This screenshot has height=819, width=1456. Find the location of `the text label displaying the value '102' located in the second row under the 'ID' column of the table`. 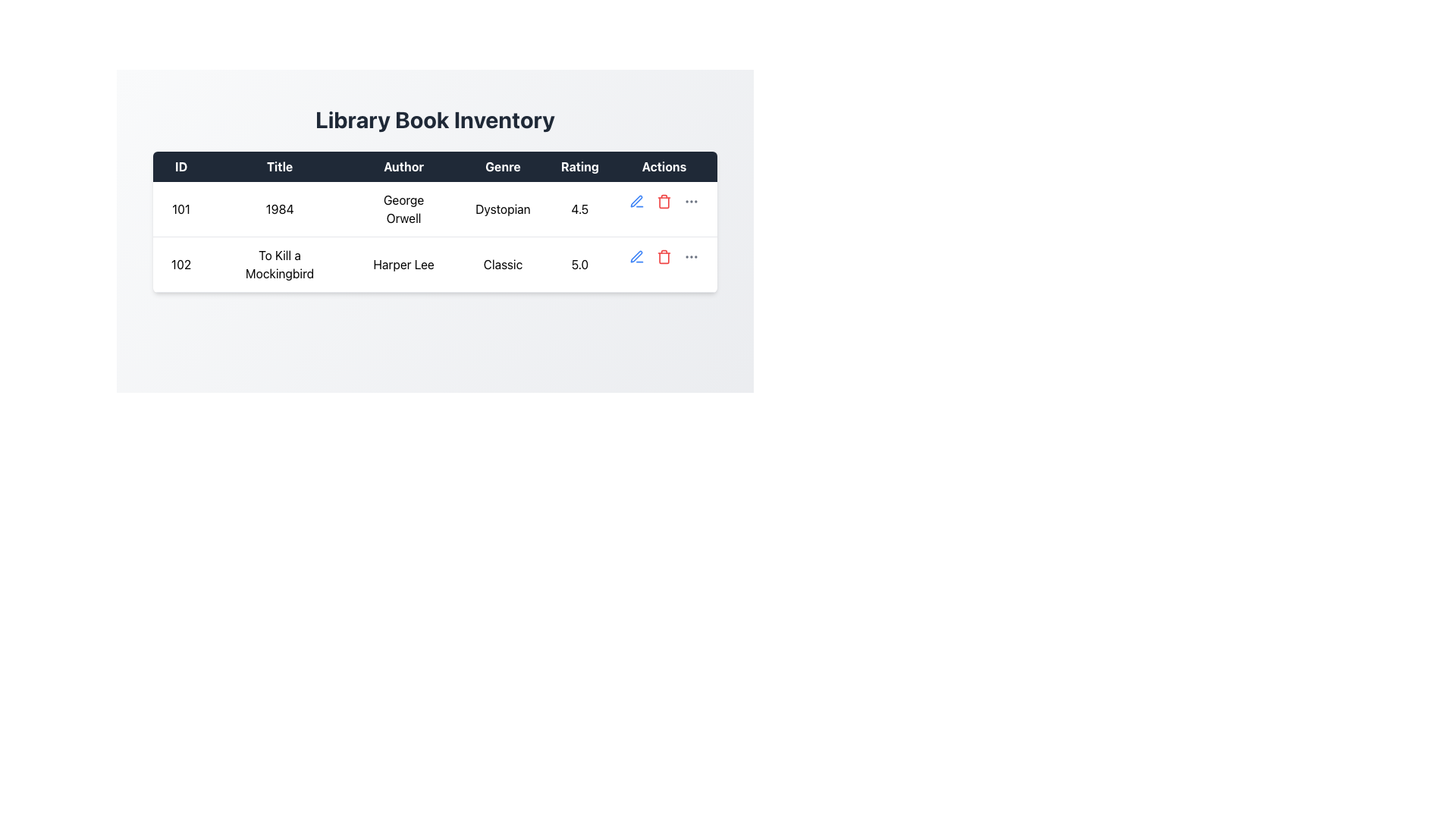

the text label displaying the value '102' located in the second row under the 'ID' column of the table is located at coordinates (181, 263).